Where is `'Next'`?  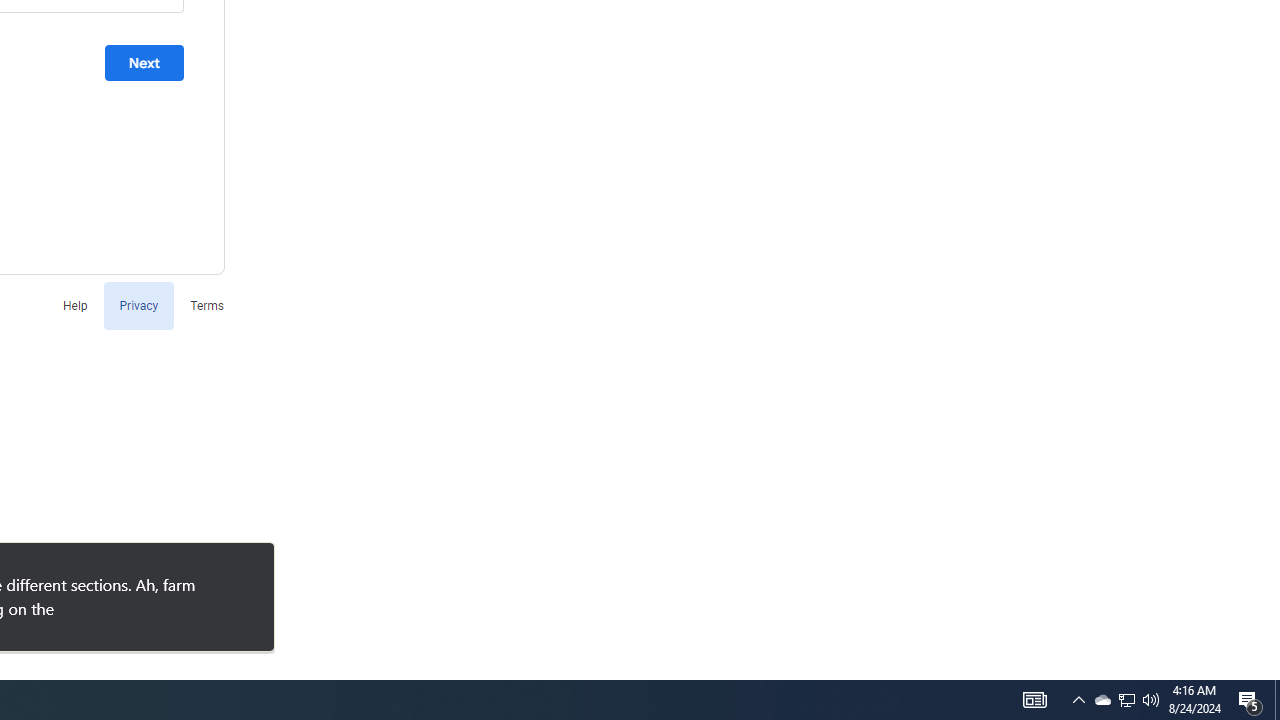
'Next' is located at coordinates (143, 62).